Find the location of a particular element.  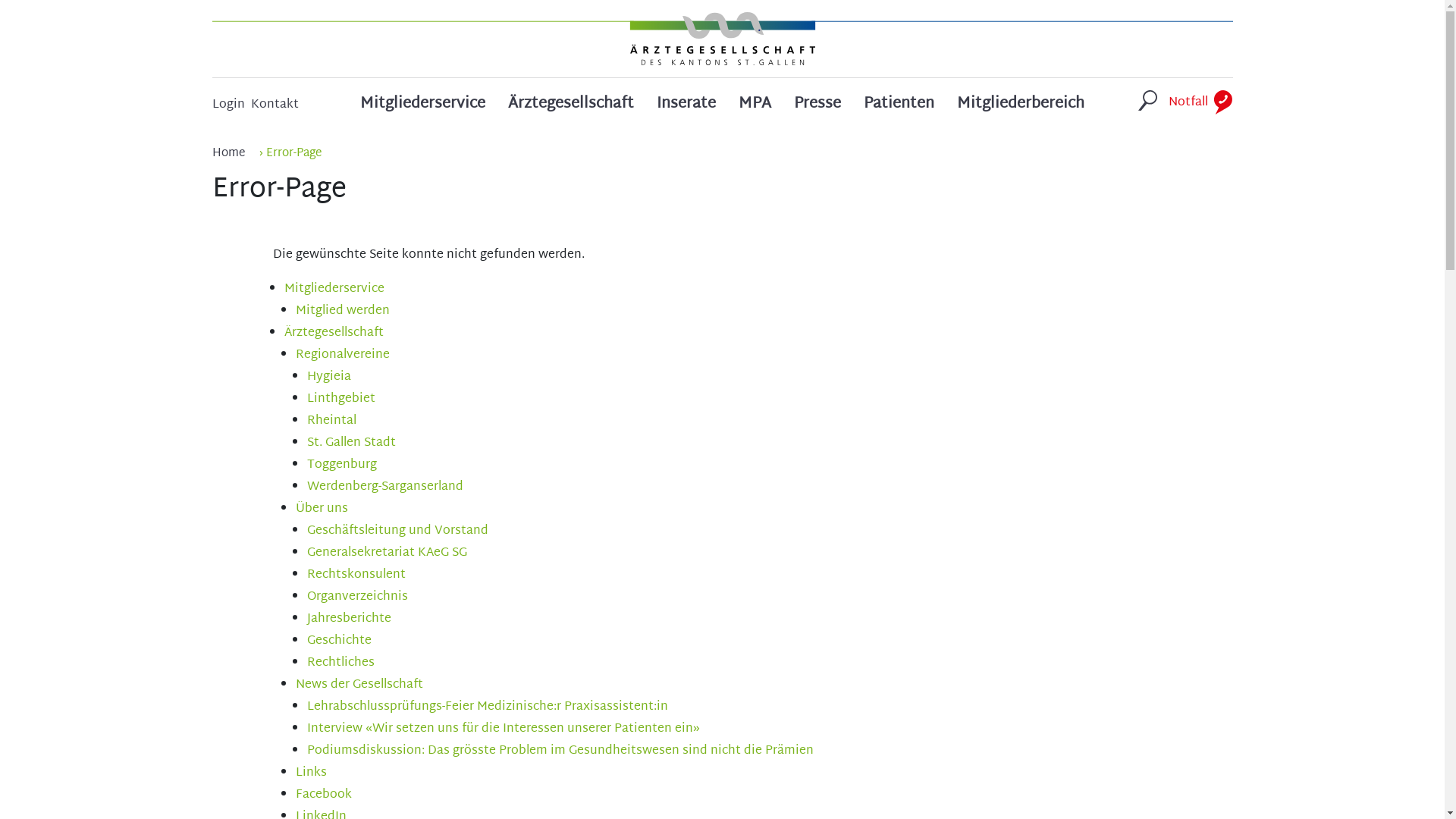

'Jahresberichte' is located at coordinates (347, 619).